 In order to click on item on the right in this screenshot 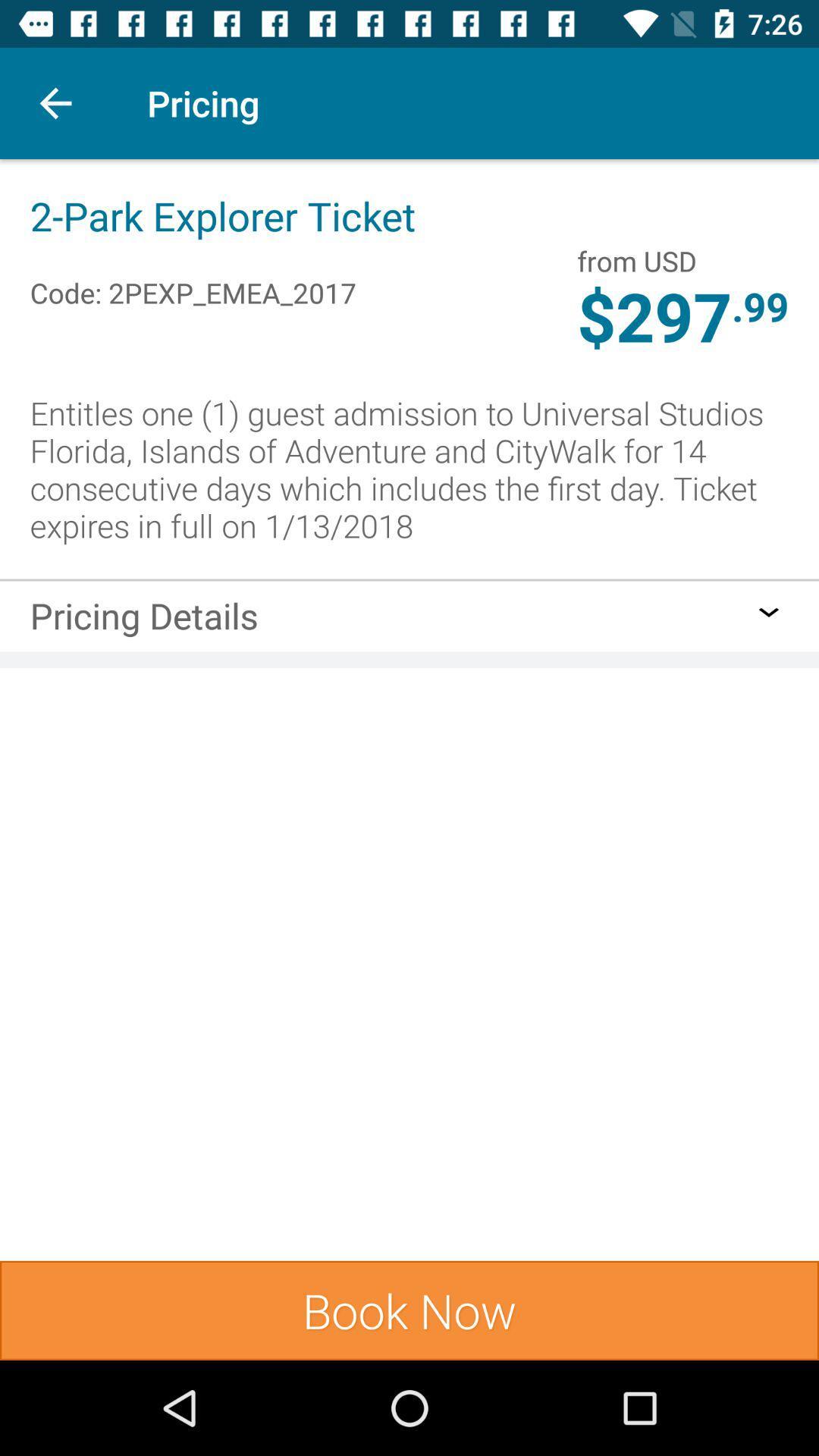, I will do `click(769, 612)`.